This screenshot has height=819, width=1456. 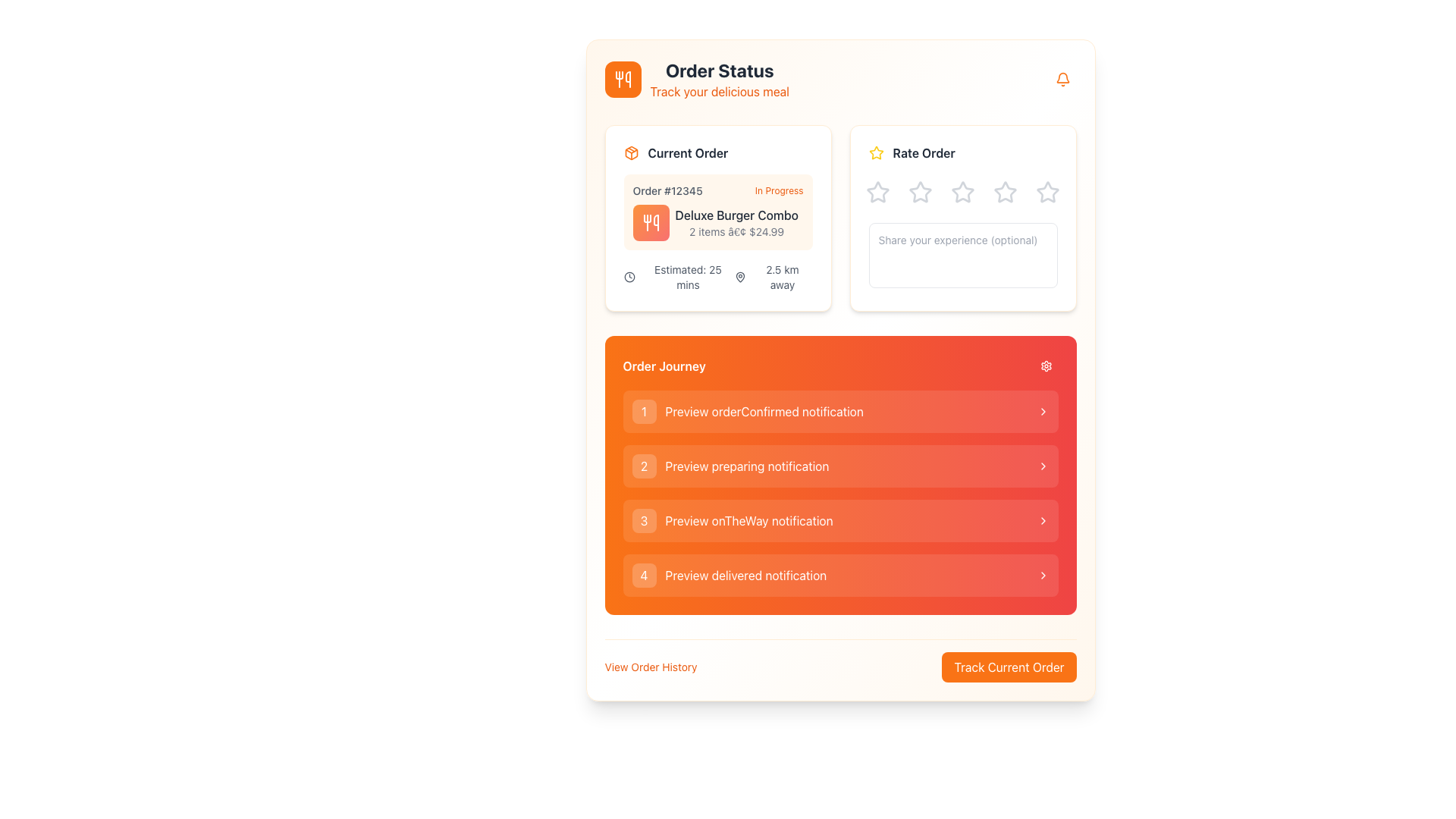 I want to click on the light gray, hollow star-shaped rating icon located at the far right of the row, so click(x=1046, y=191).